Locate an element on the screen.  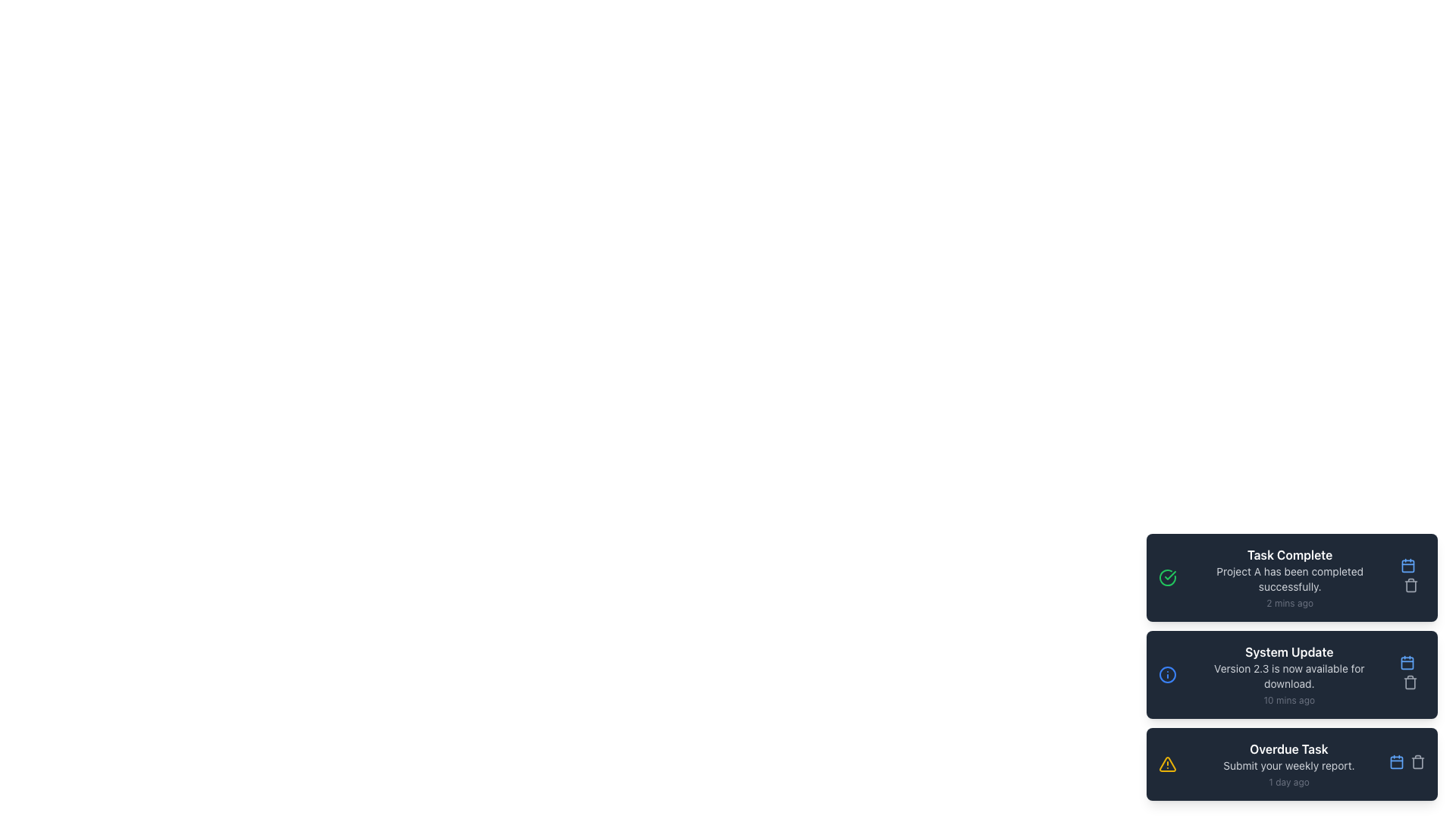
the icon button located in the 'System Update' notification card on the right-hand side is located at coordinates (1407, 662).